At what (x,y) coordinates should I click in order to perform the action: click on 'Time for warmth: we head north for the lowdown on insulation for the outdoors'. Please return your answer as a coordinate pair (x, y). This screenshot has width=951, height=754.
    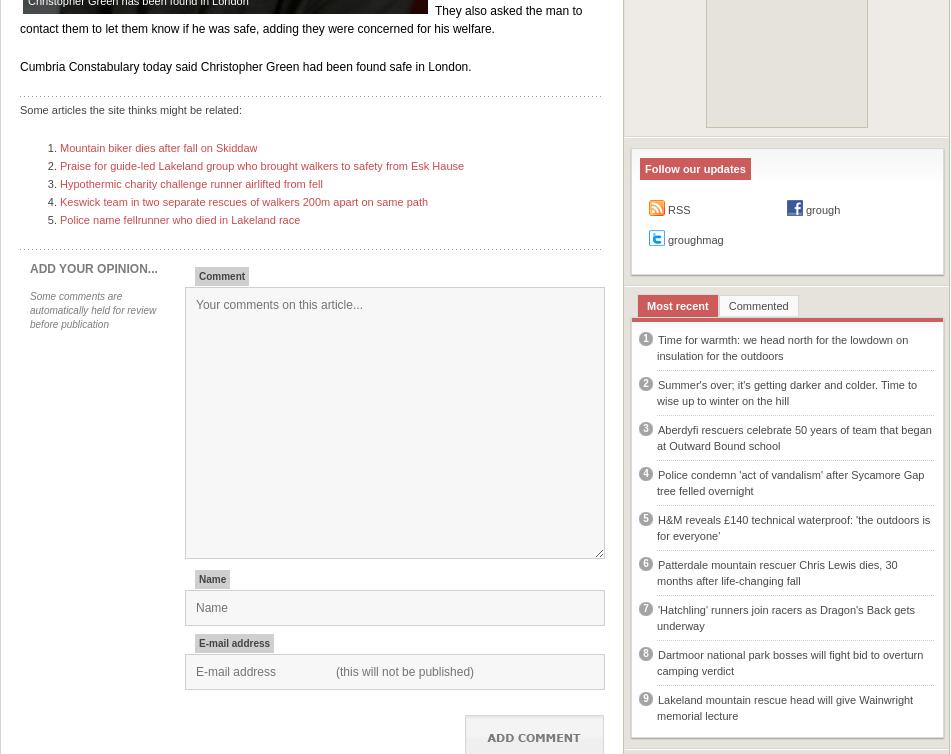
    Looking at the image, I should click on (781, 346).